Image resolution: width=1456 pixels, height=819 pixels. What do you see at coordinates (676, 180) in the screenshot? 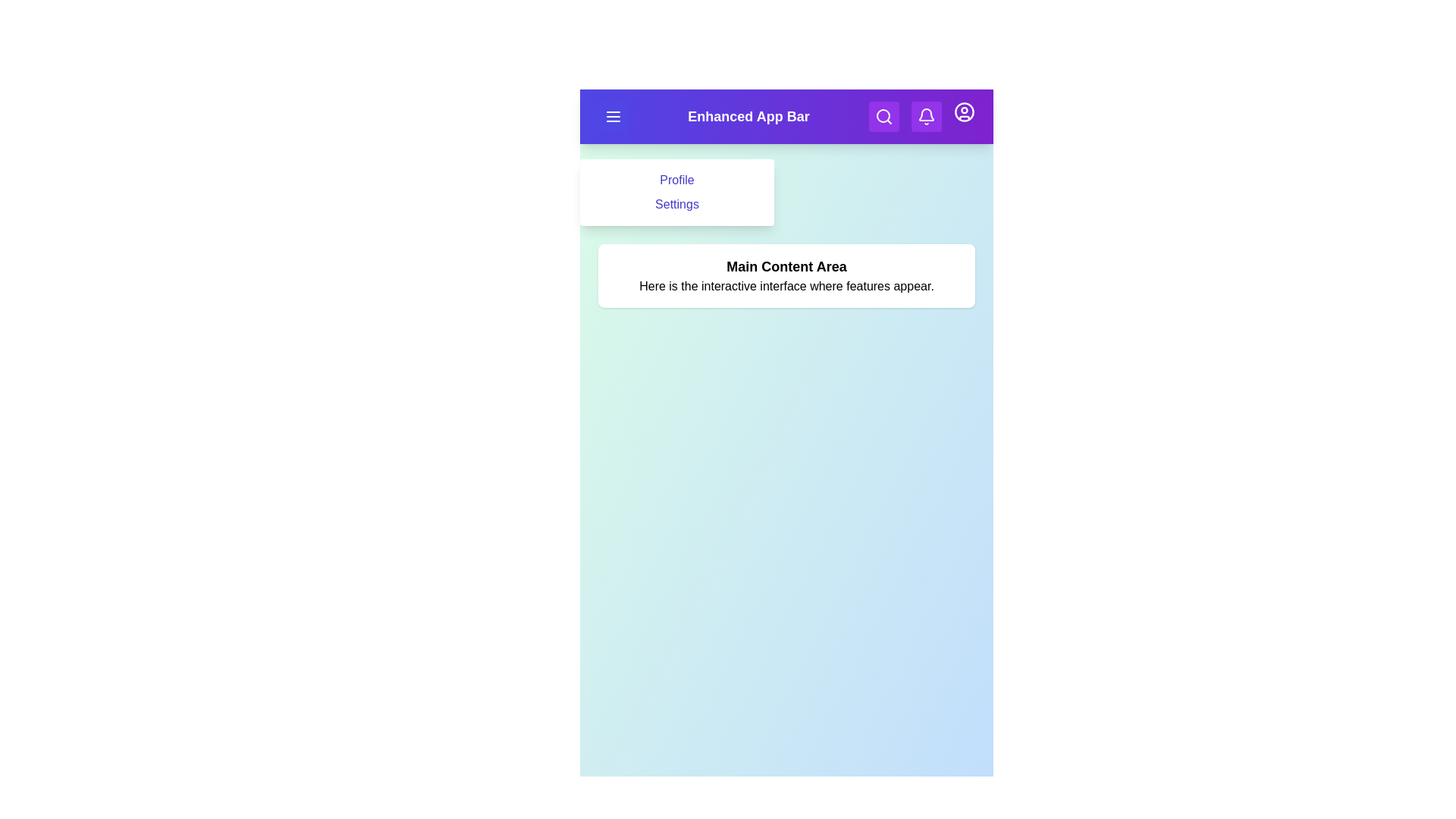
I see `the sidebar option Profile` at bounding box center [676, 180].